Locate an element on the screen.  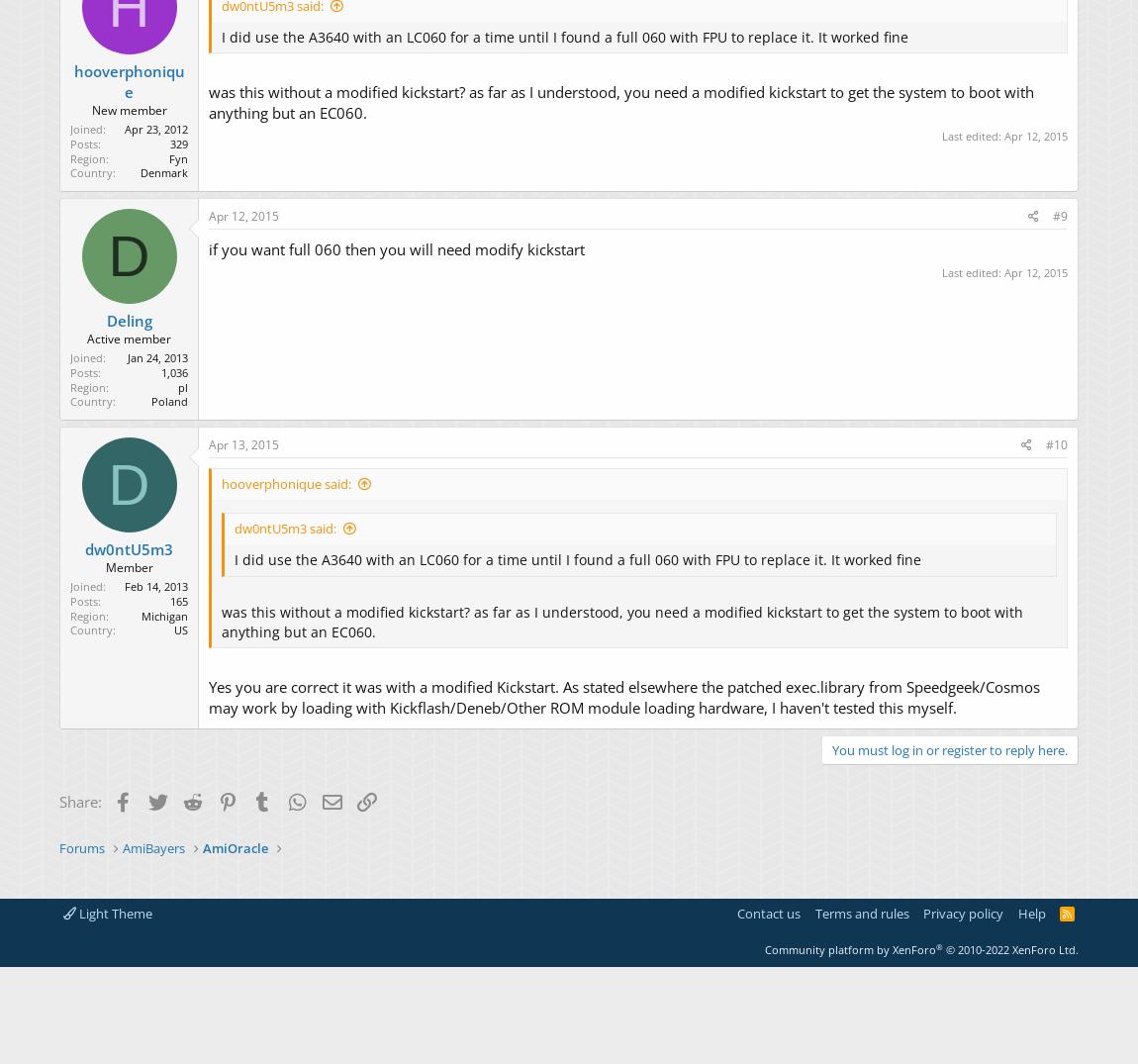
'#9' is located at coordinates (1060, 214).